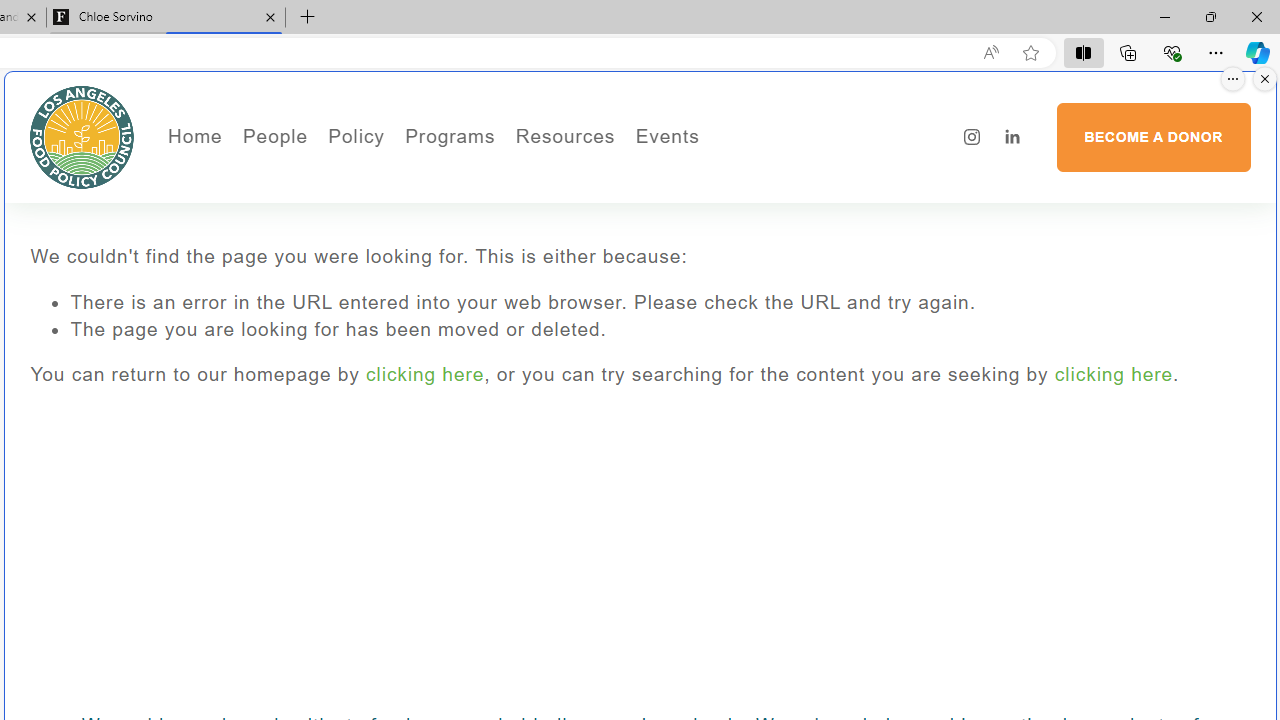  I want to click on 'BECOME A DONOR', so click(1153, 136).